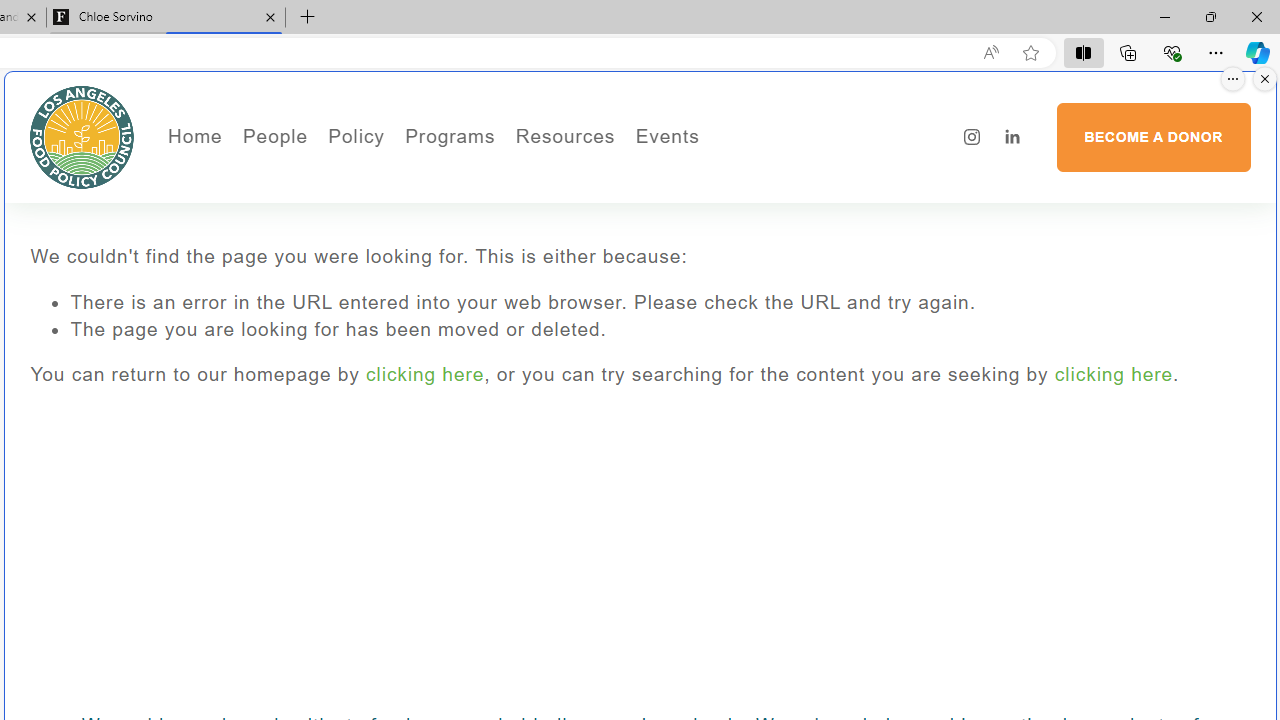  I want to click on 'BECOME A DONOR', so click(1153, 136).